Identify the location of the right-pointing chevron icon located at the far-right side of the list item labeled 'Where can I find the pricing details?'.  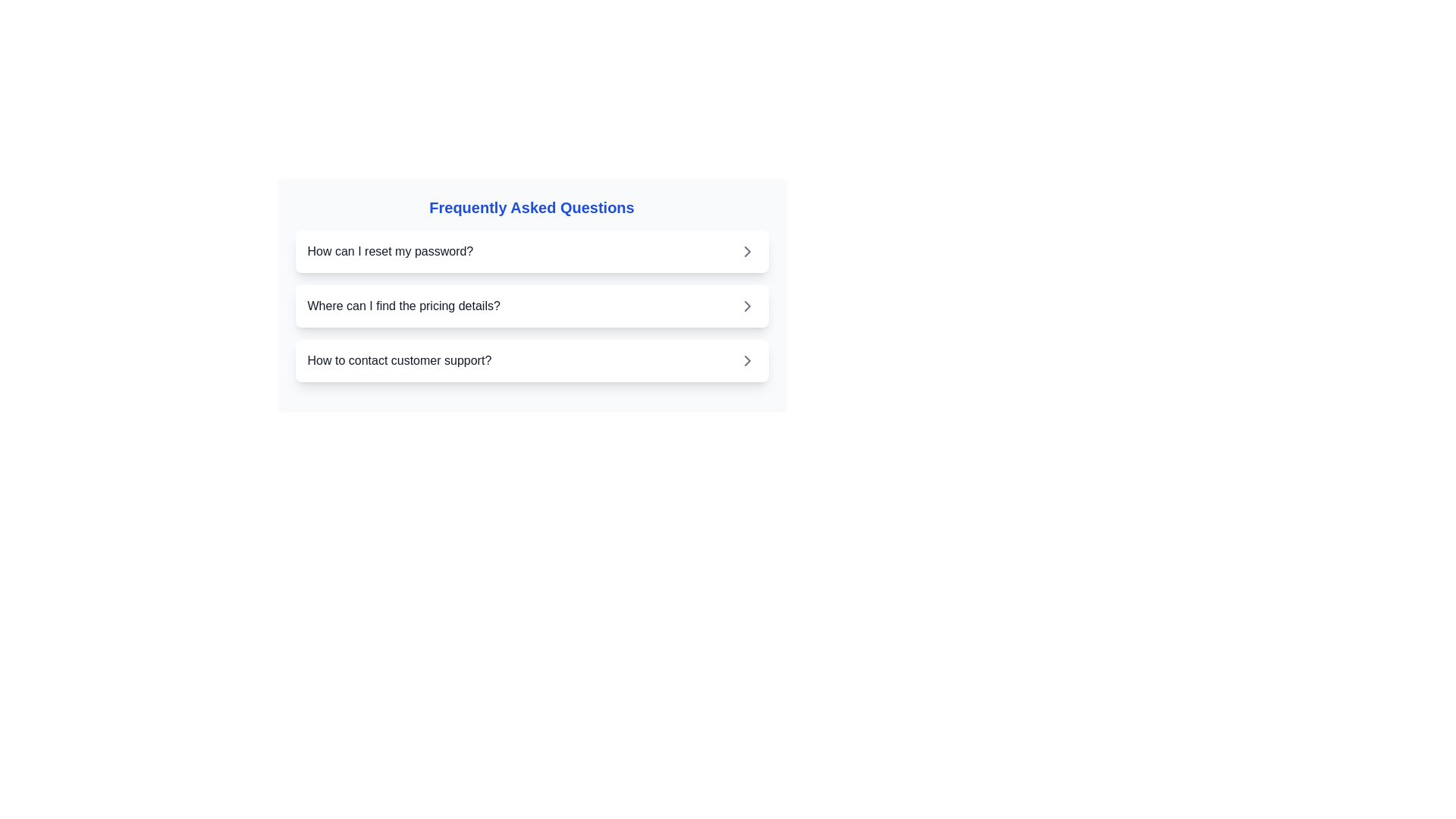
(747, 306).